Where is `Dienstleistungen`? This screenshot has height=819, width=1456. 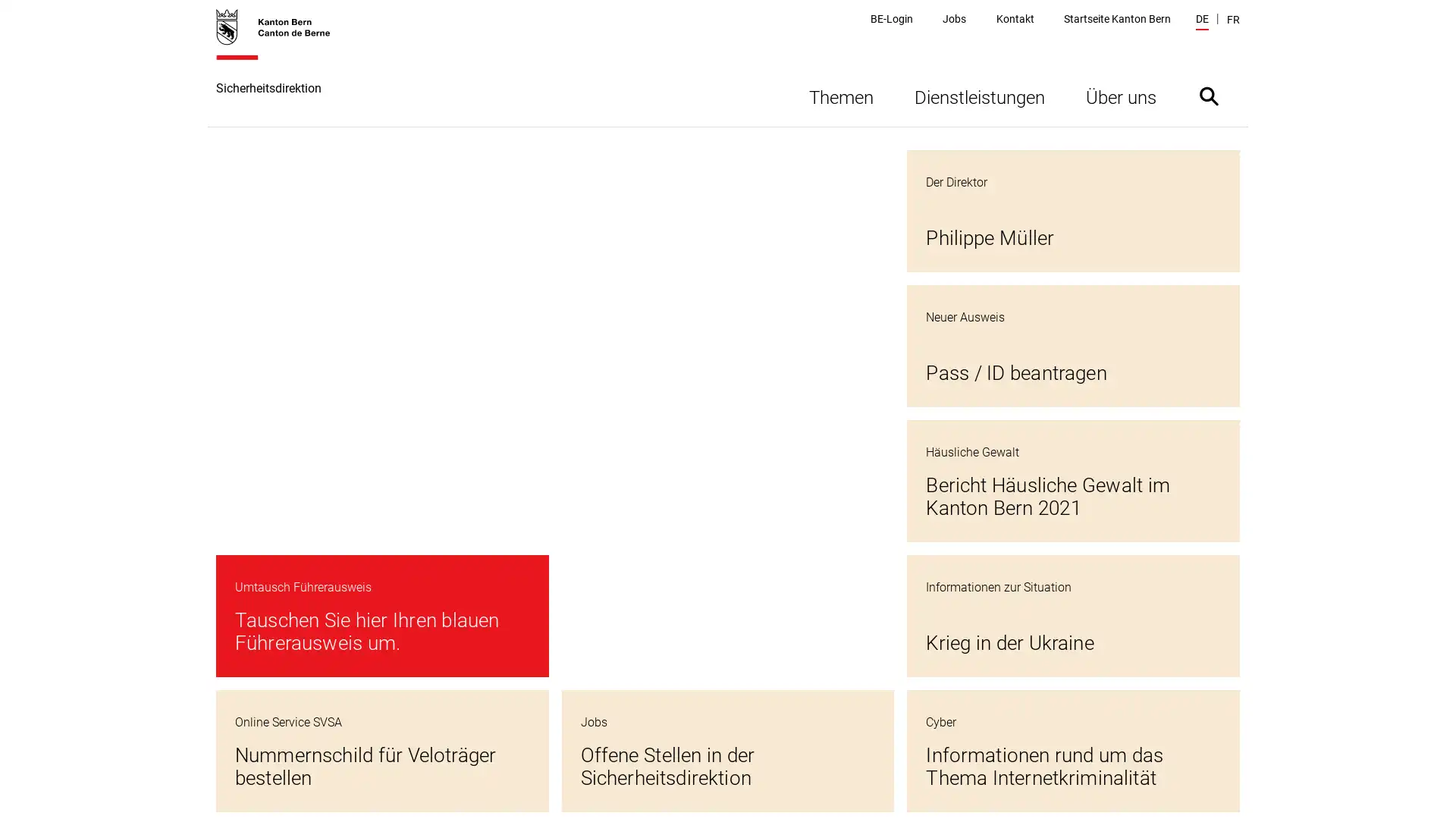 Dienstleistungen is located at coordinates (979, 97).